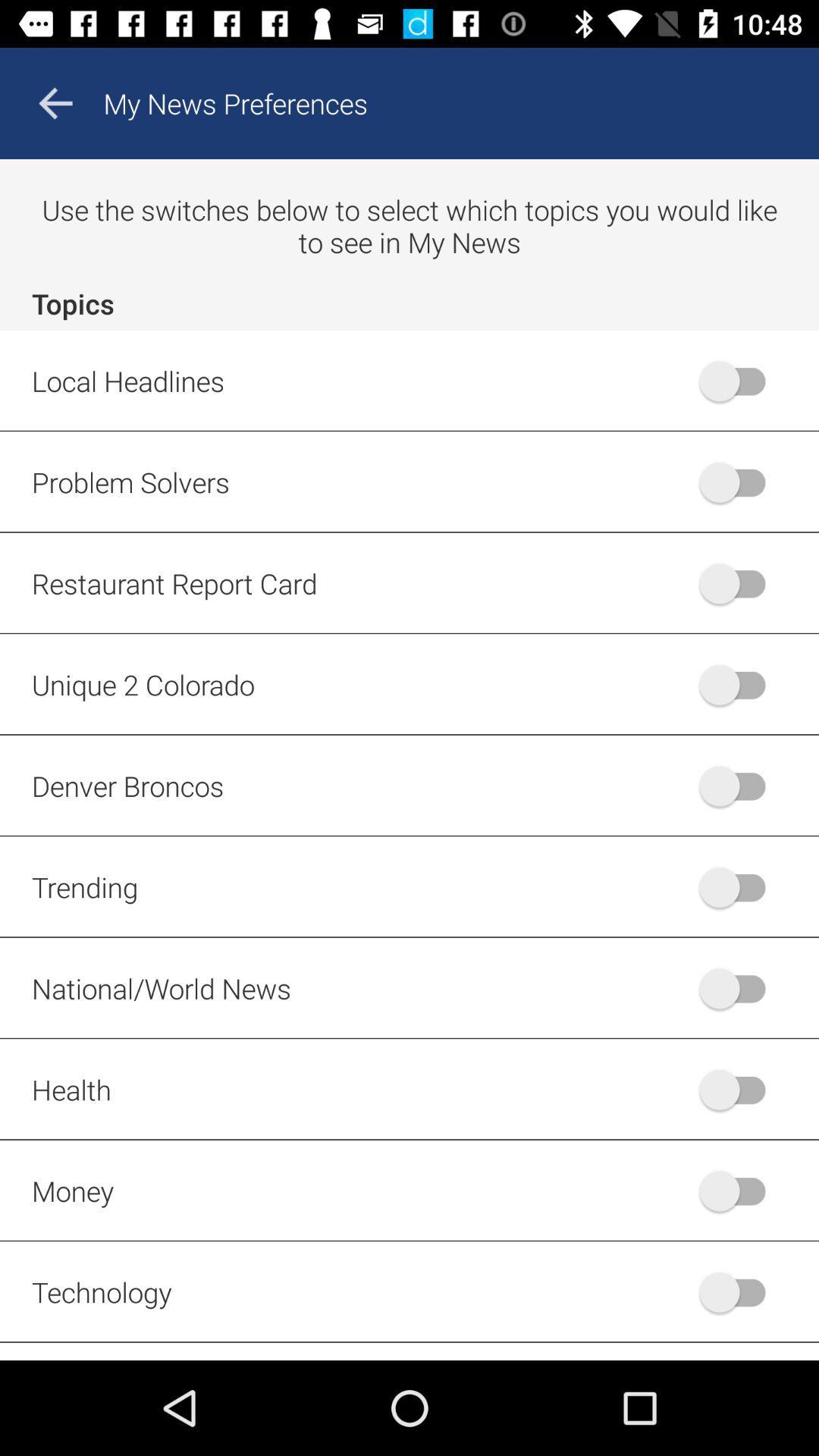  Describe the element at coordinates (739, 786) in the screenshot. I see `the button right to denver broncos` at that location.